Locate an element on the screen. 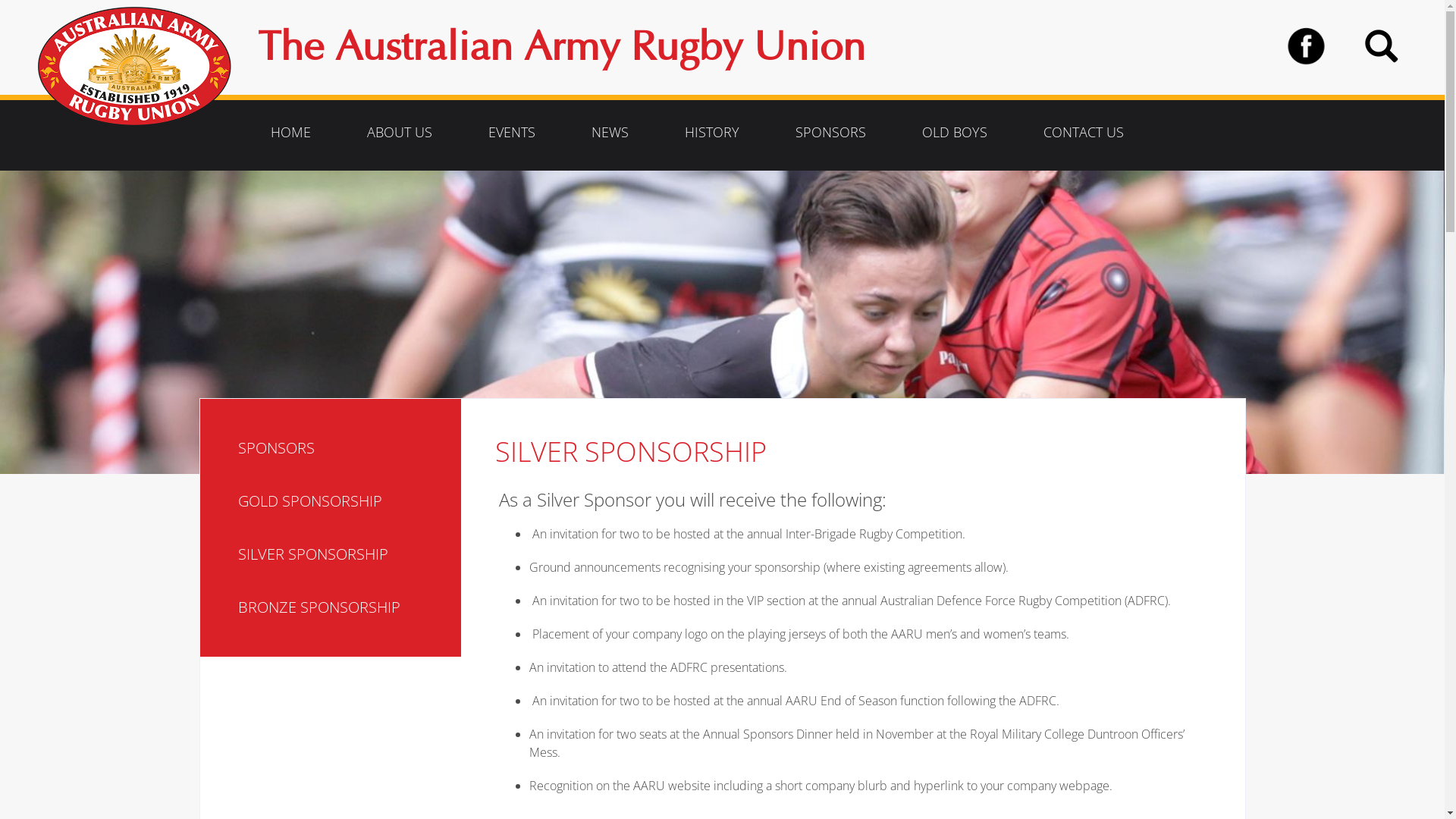  'BRONZE SPONSORSHIP' is located at coordinates (344, 607).